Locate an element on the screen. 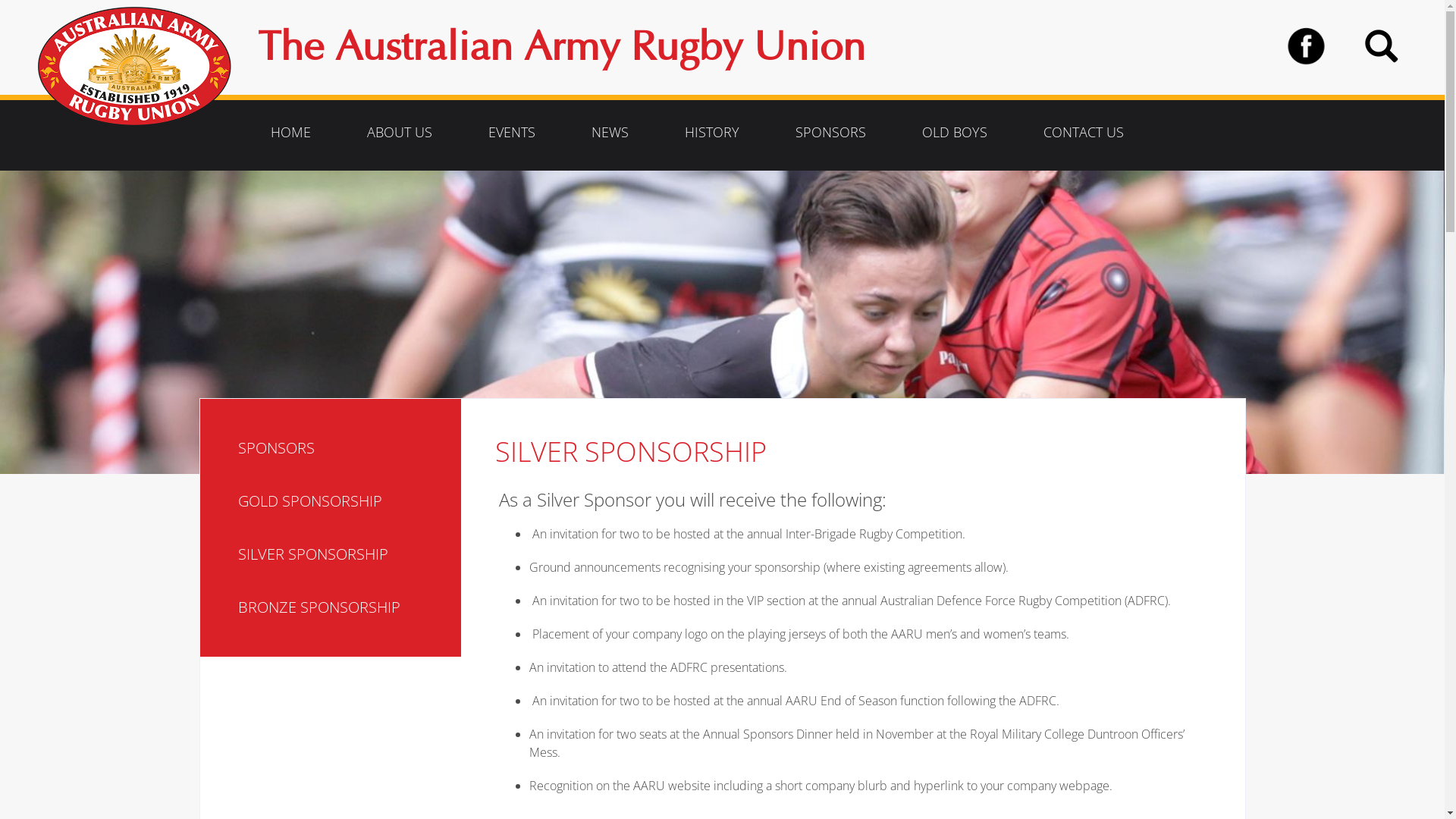  'BRONZE SPONSORSHIP' is located at coordinates (344, 607).